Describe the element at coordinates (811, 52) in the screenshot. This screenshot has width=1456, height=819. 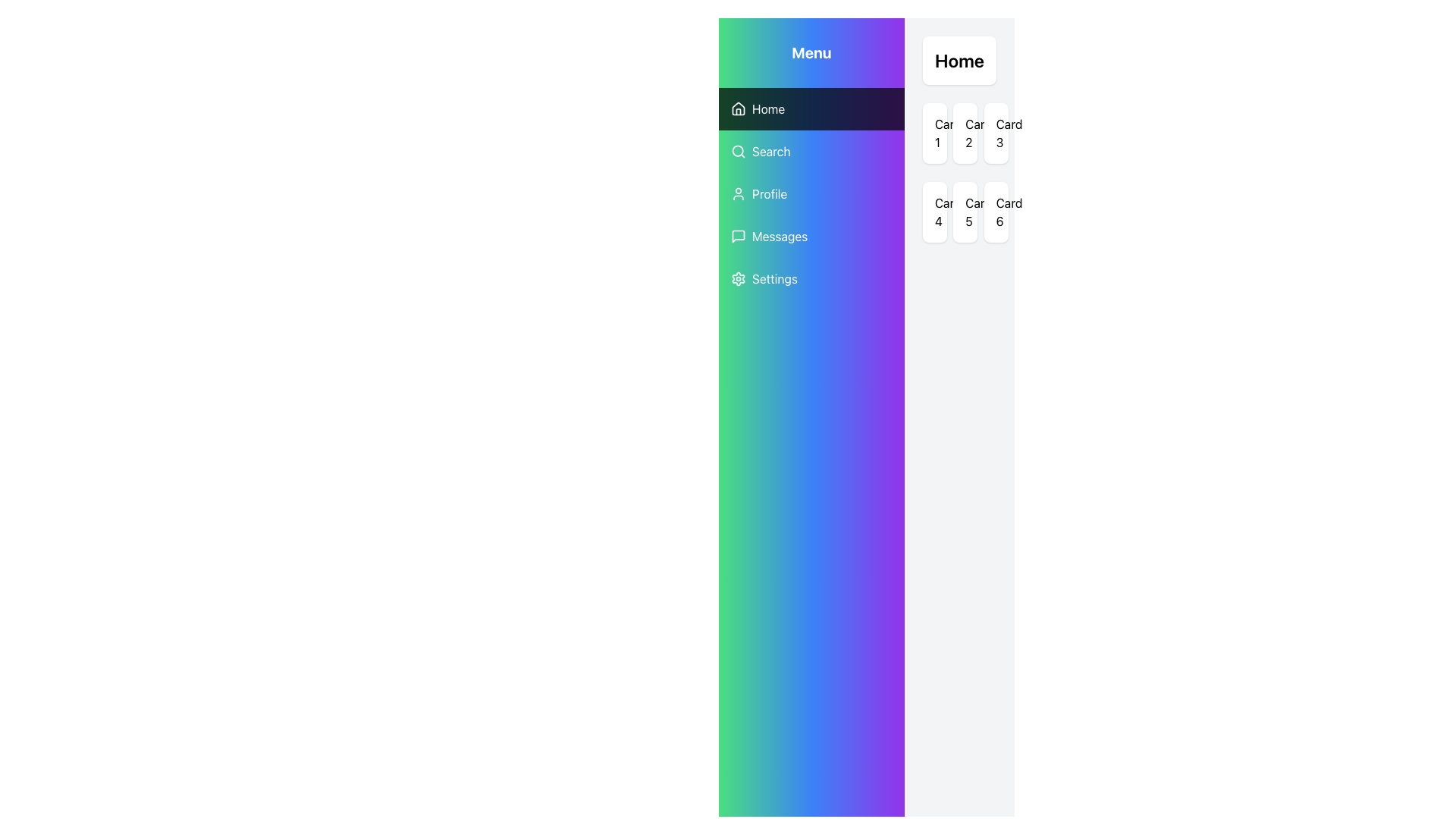
I see `the header of the sidebar menu, which serves as the title and is positioned at the top of the sidebar section` at that location.